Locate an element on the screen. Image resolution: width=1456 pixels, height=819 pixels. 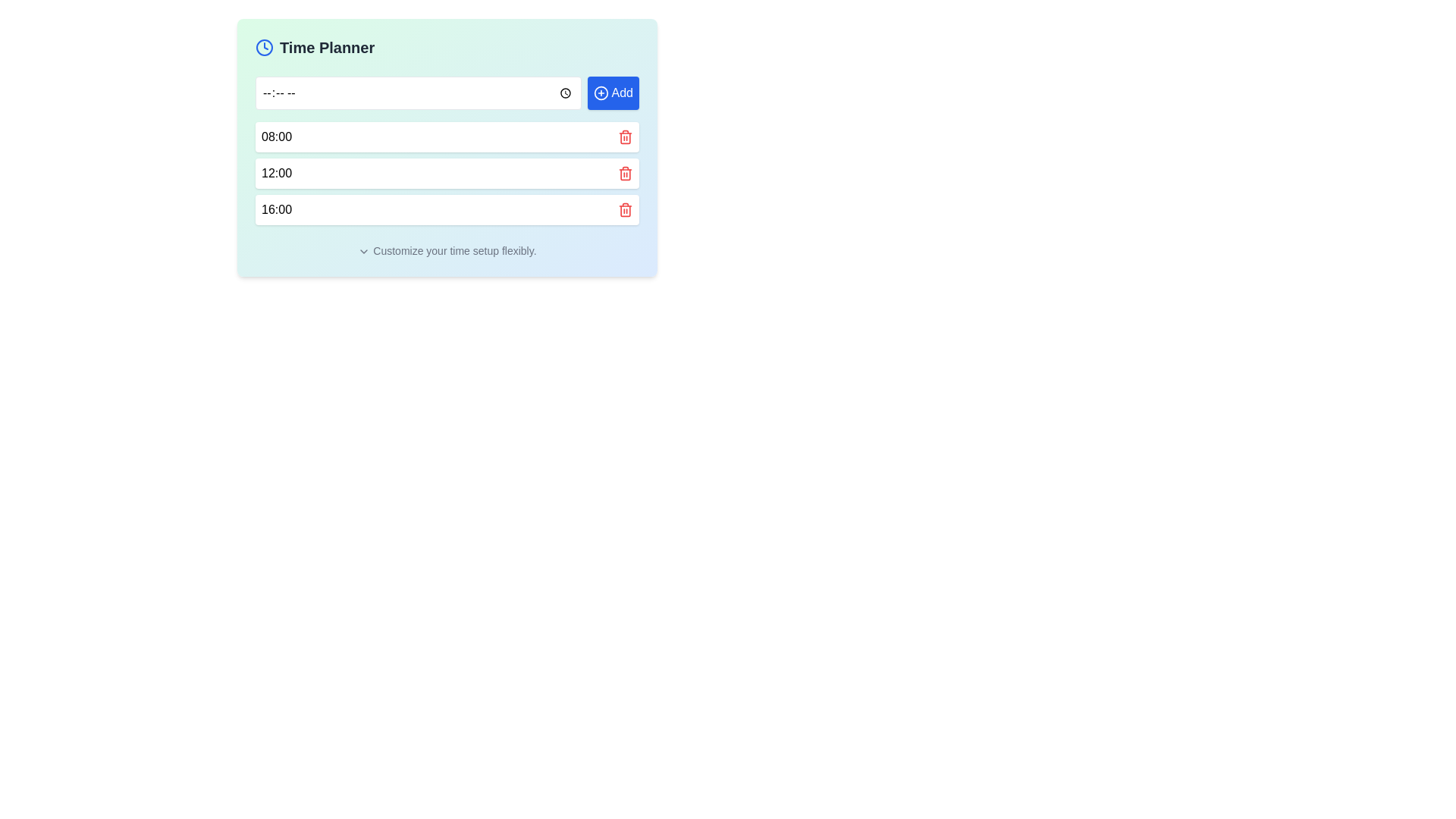
the 'Add' icon located on the left side of the button labeled 'Add' in the upper-right corner of the 'Time Planner' interface is located at coordinates (600, 93).